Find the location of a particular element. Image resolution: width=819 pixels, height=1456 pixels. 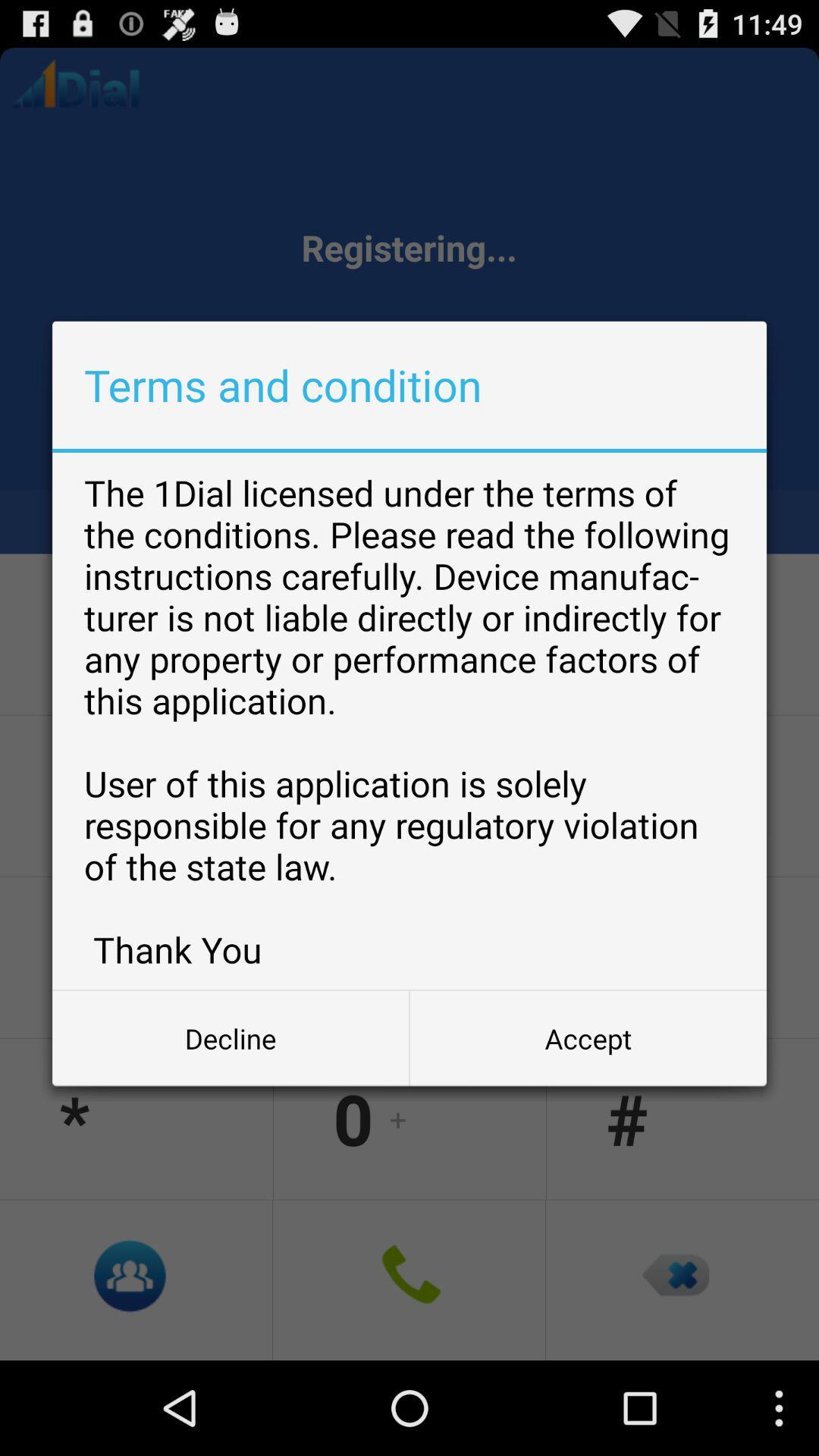

the decline is located at coordinates (231, 1037).